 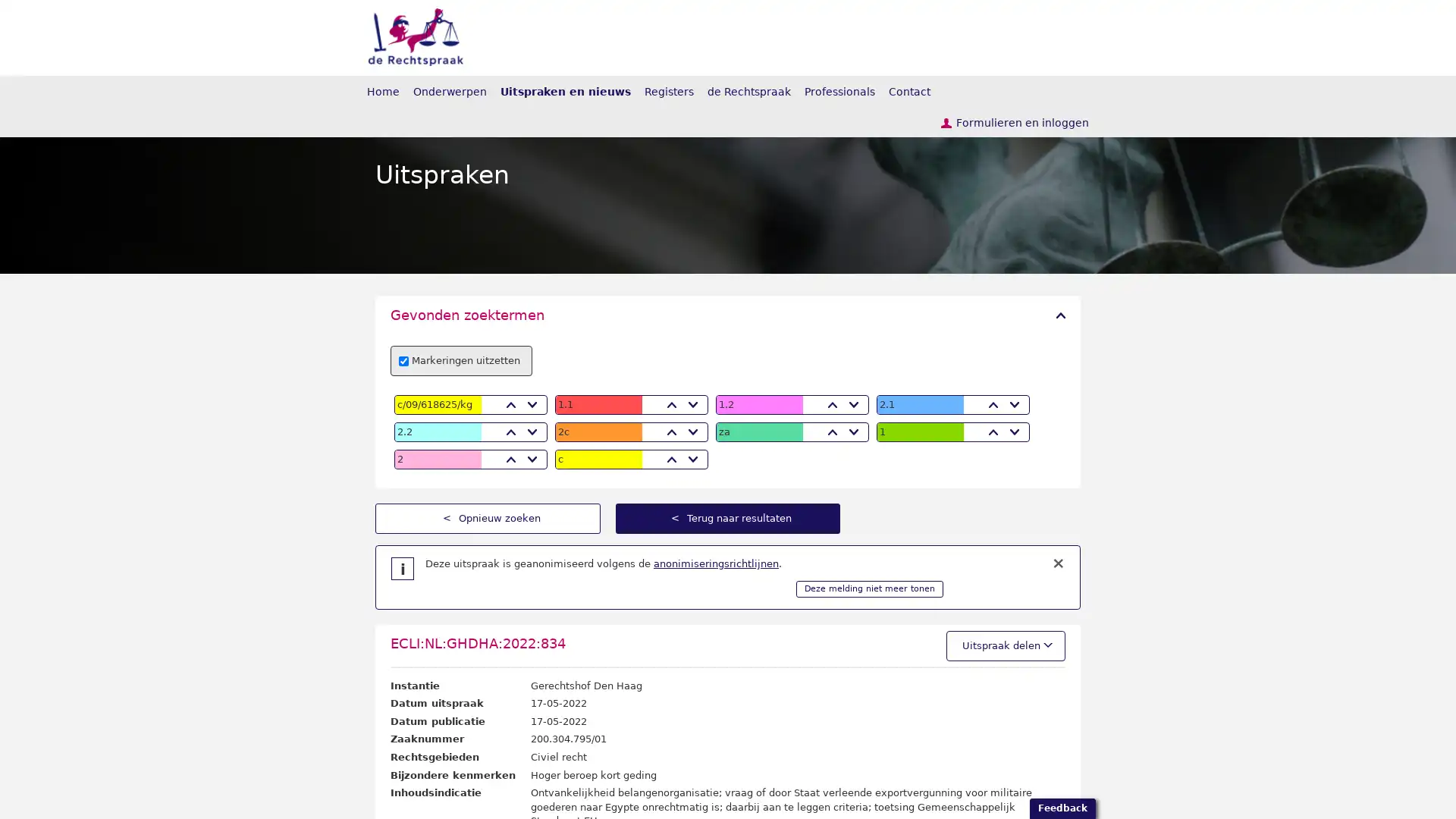 I want to click on Vorige zoek term, so click(x=671, y=458).